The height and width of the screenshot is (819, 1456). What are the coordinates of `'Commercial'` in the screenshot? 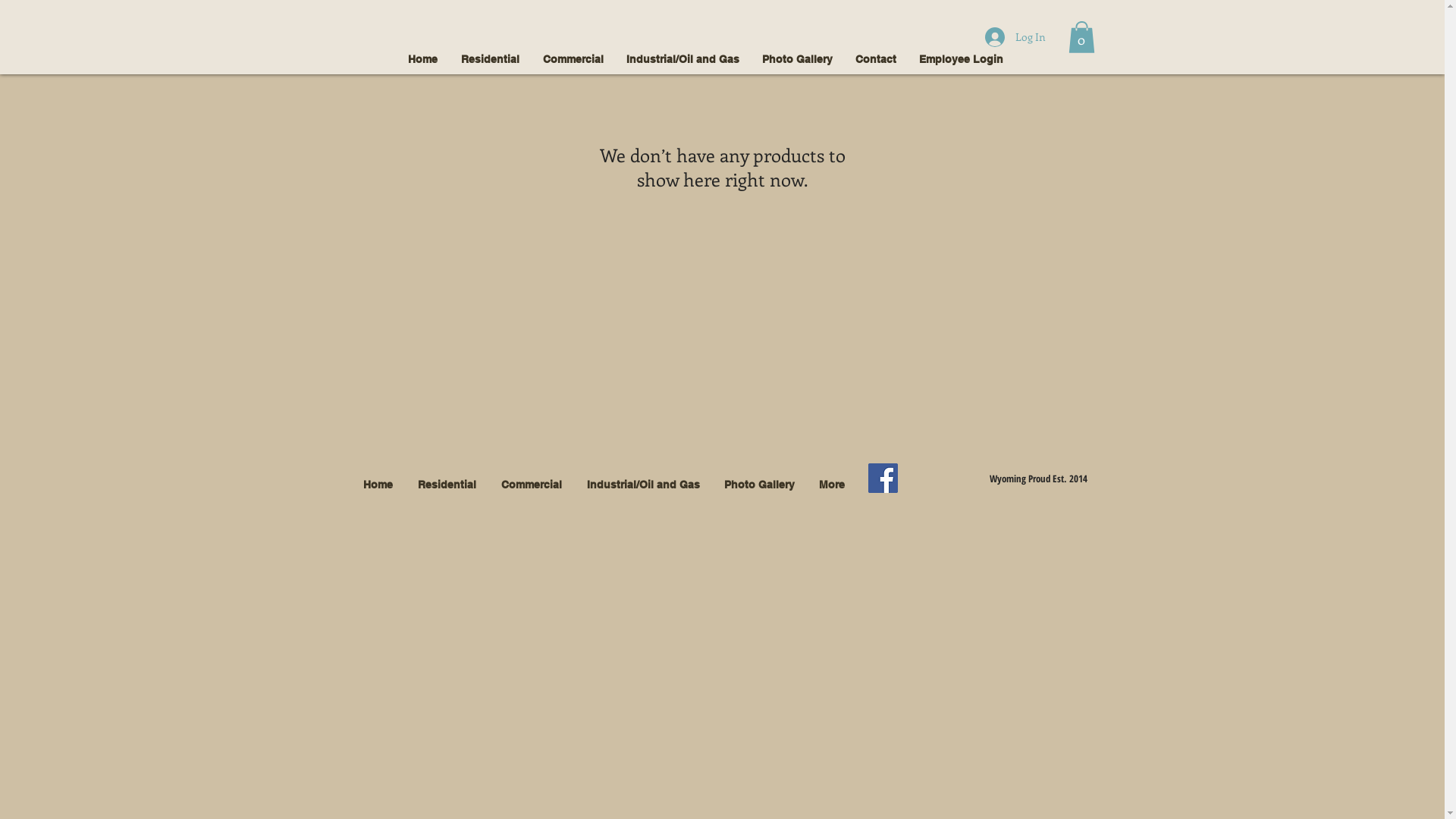 It's located at (531, 485).